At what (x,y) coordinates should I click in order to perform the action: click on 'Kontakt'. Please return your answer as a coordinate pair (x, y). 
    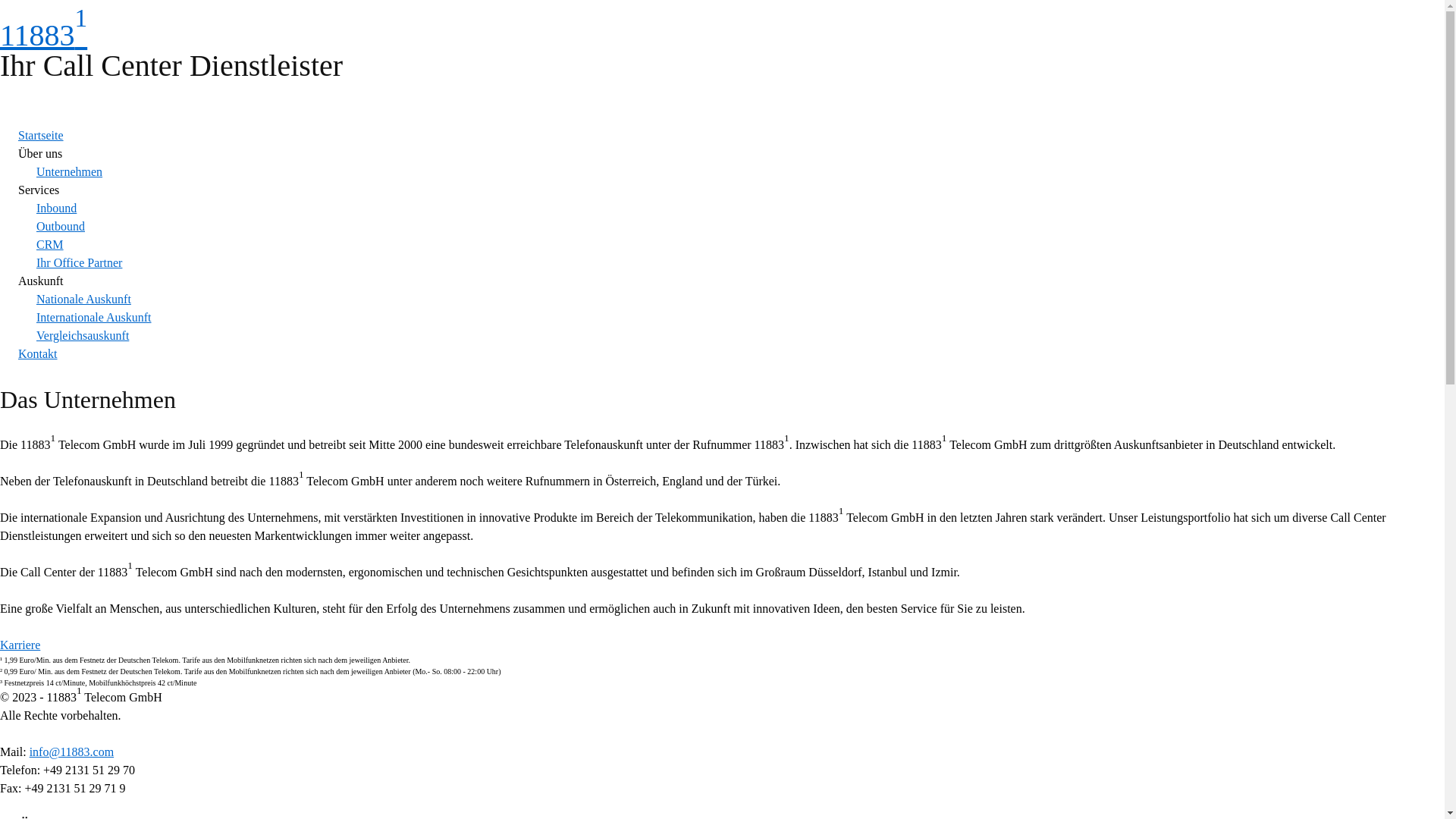
    Looking at the image, I should click on (18, 353).